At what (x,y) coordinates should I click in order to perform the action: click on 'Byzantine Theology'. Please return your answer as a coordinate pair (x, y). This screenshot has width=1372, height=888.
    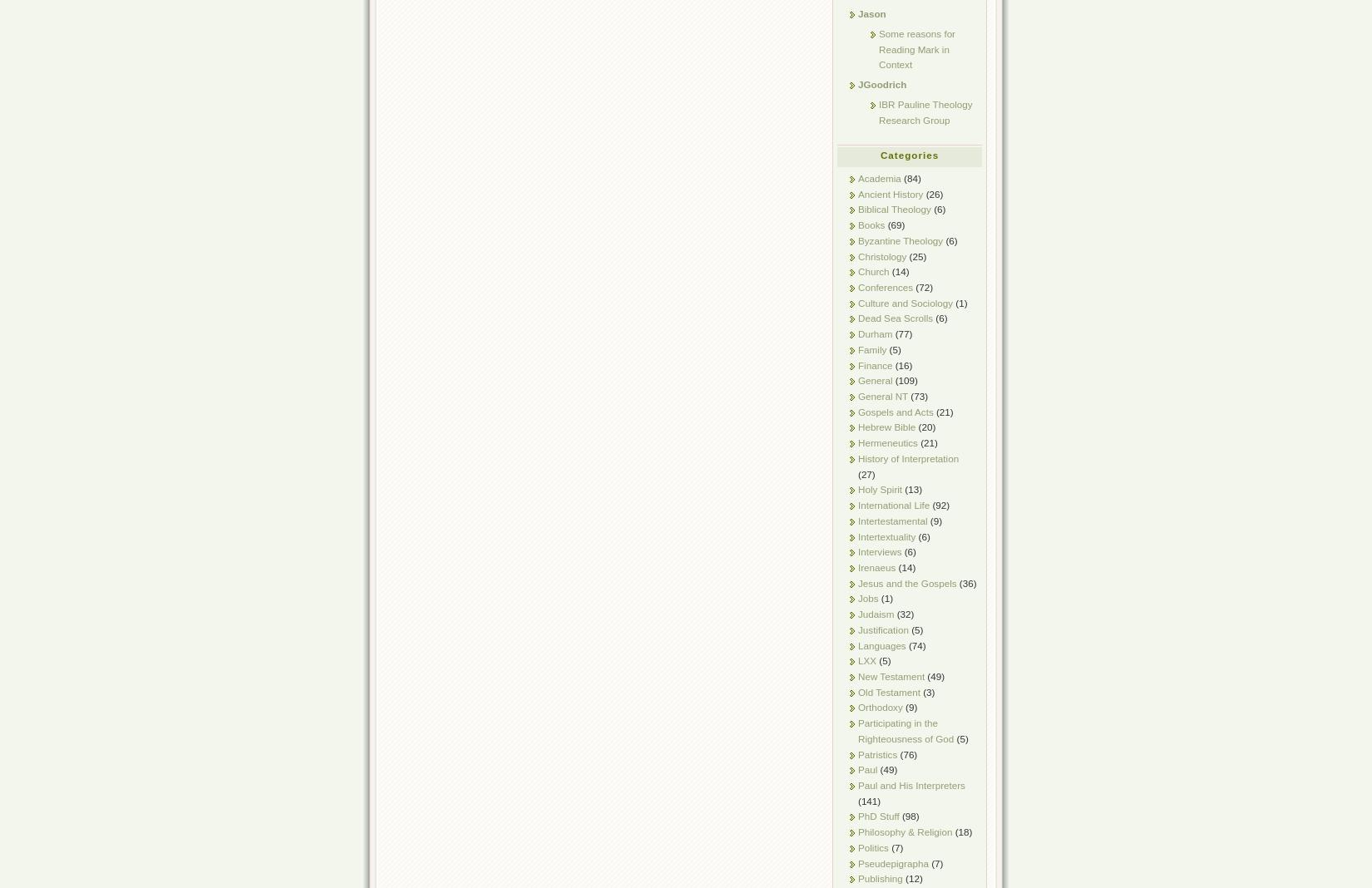
    Looking at the image, I should click on (901, 239).